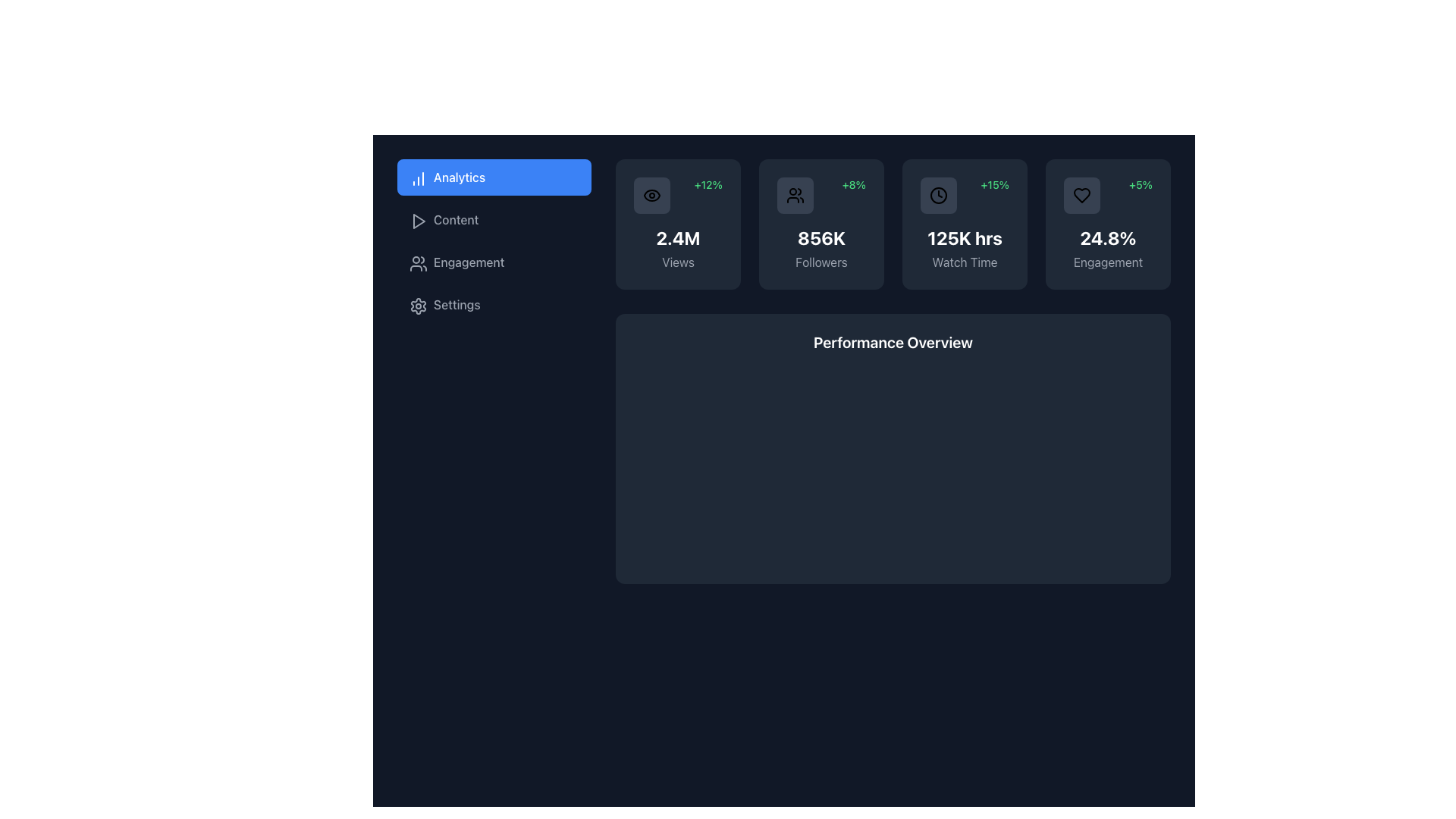  What do you see at coordinates (419, 262) in the screenshot?
I see `the line-art style icon of two users located on the left-side navigation menu, which is positioned next to the 'Engagement' text label` at bounding box center [419, 262].